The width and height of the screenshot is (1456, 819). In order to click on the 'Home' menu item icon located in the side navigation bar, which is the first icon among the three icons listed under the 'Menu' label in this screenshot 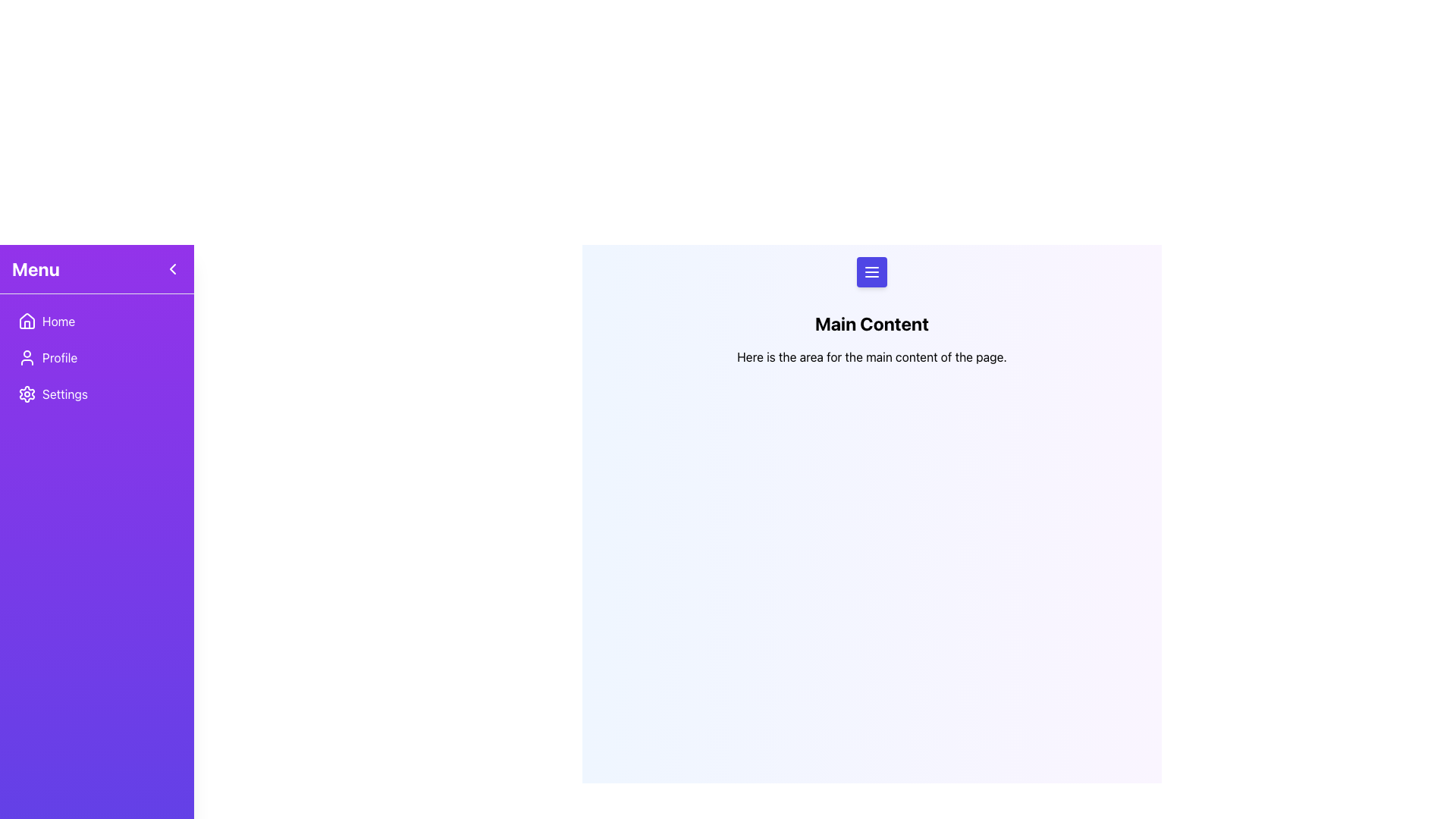, I will do `click(27, 321)`.